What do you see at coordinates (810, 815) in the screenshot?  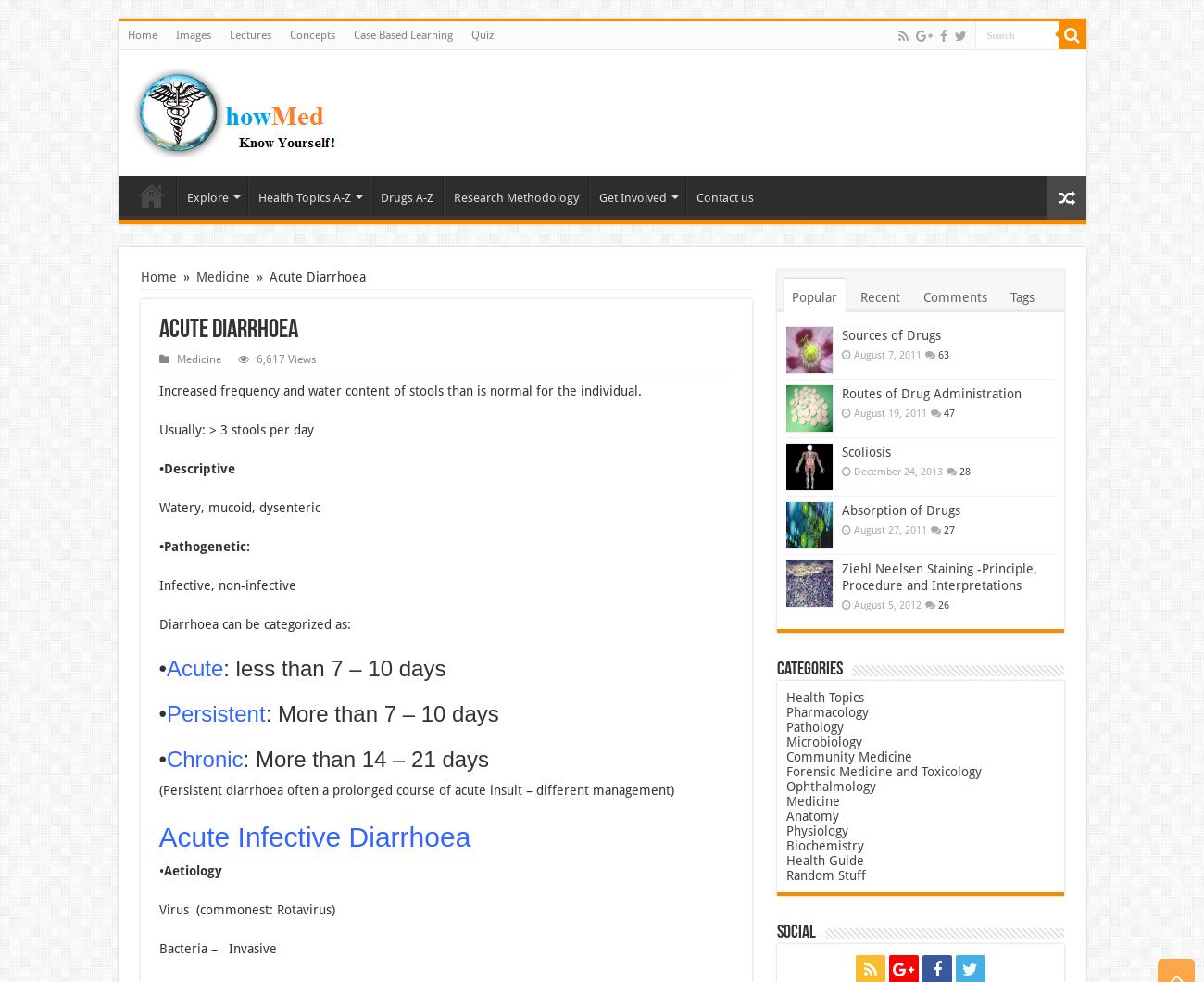 I see `'Anatomy'` at bounding box center [810, 815].